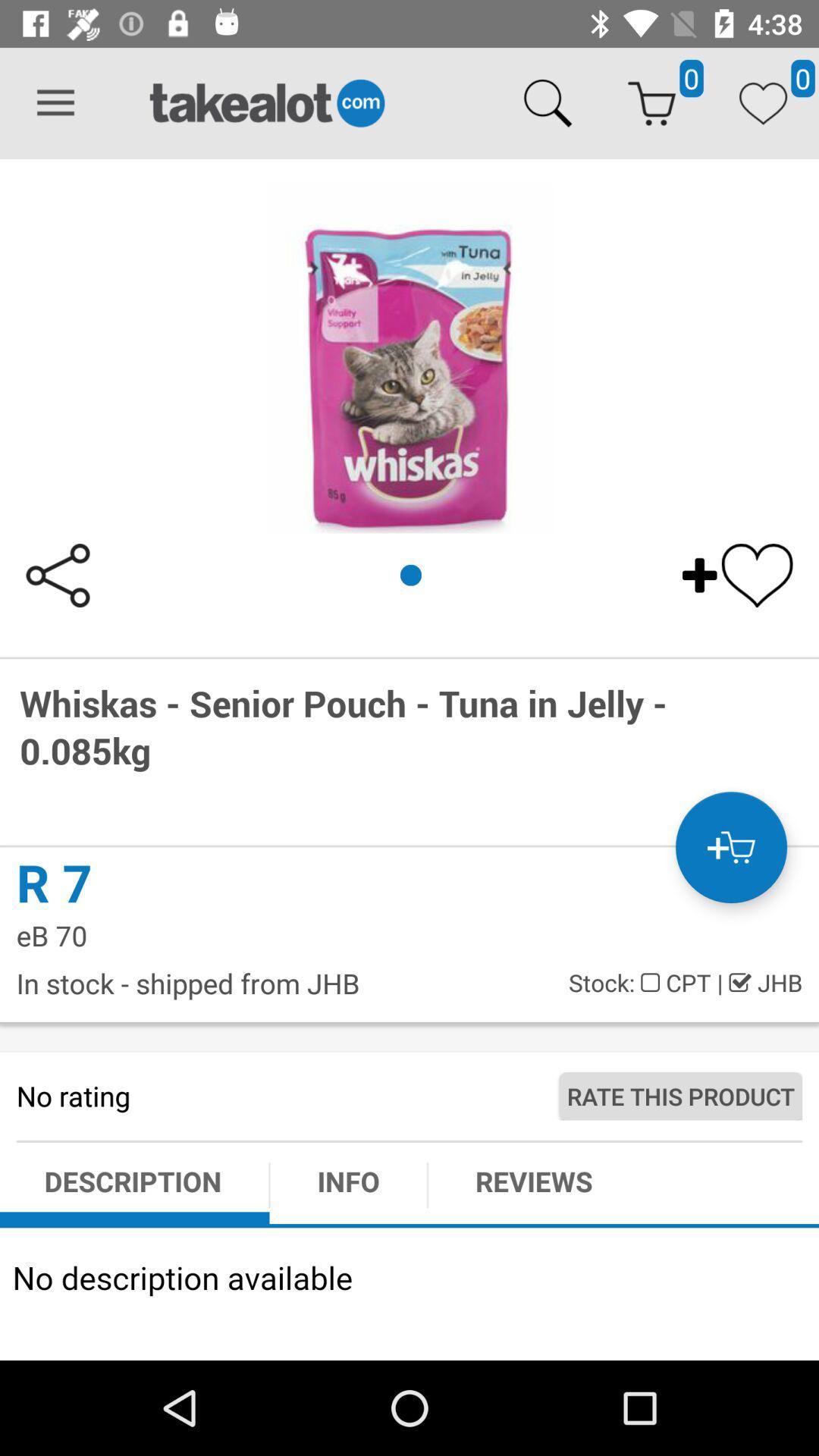 This screenshot has height=1456, width=819. I want to click on to cart, so click(730, 846).